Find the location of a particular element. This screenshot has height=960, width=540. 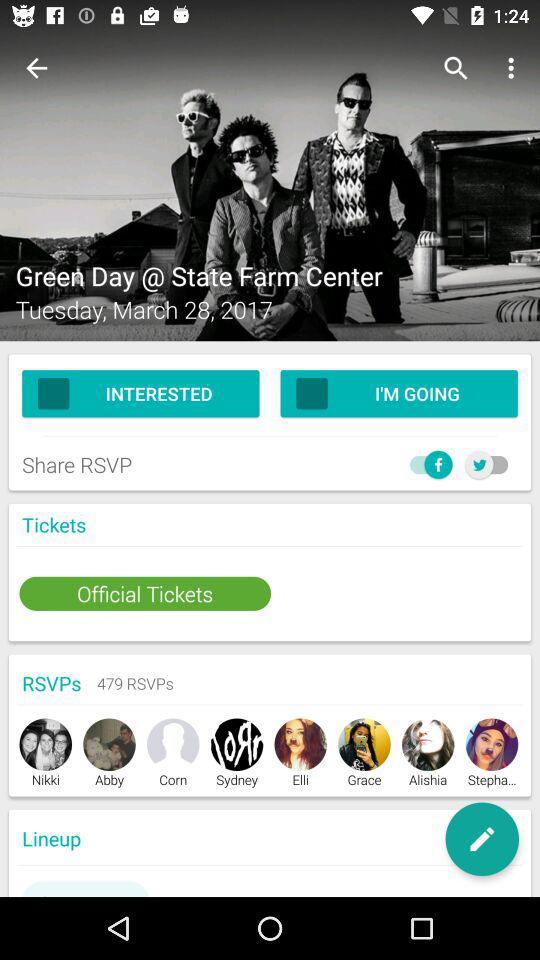

the edit icon is located at coordinates (481, 839).